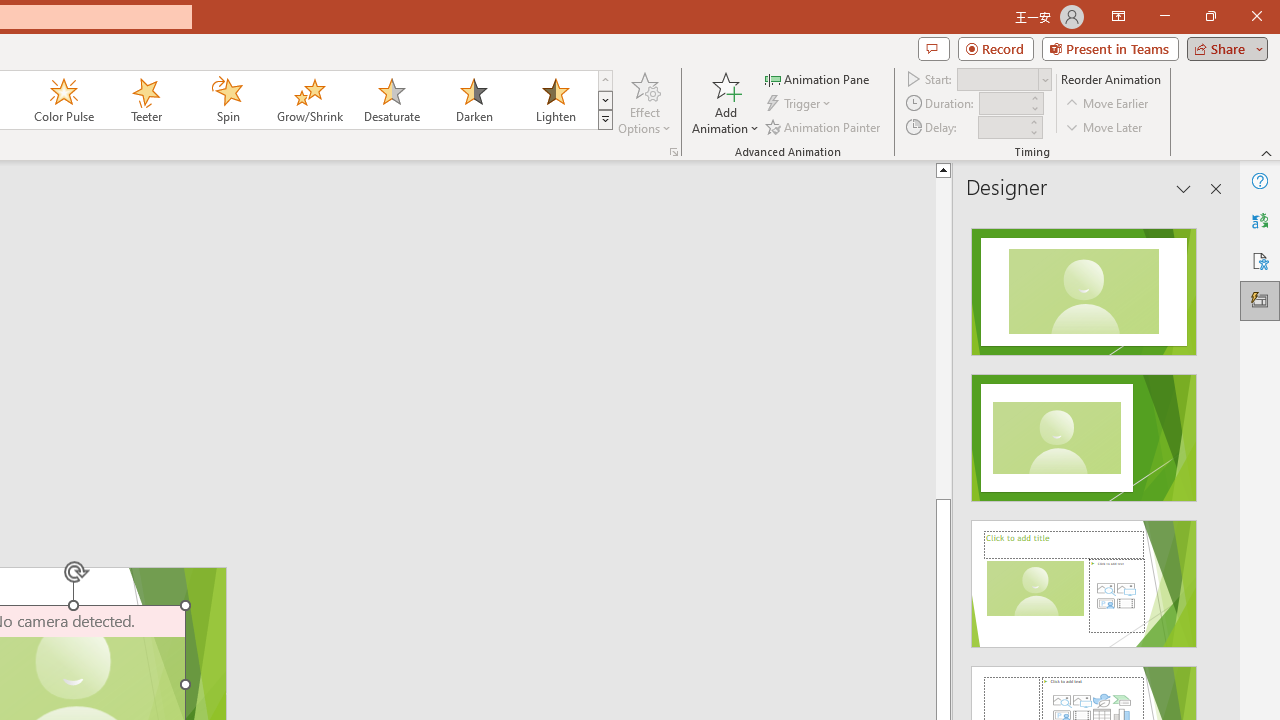 The image size is (1280, 720). What do you see at coordinates (308, 100) in the screenshot?
I see `'Grow/Shrink'` at bounding box center [308, 100].